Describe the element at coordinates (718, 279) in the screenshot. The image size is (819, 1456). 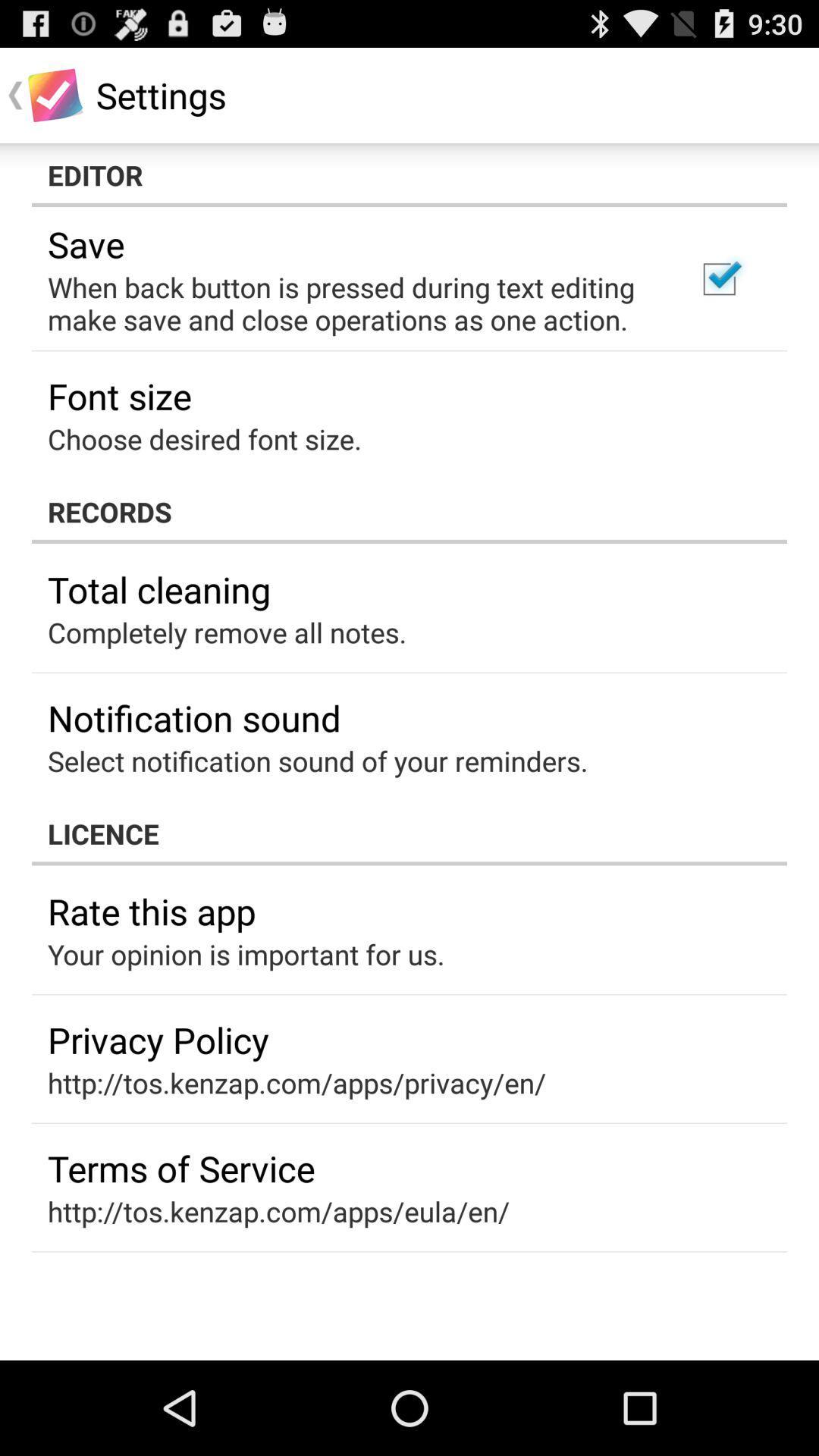
I see `app above the records` at that location.